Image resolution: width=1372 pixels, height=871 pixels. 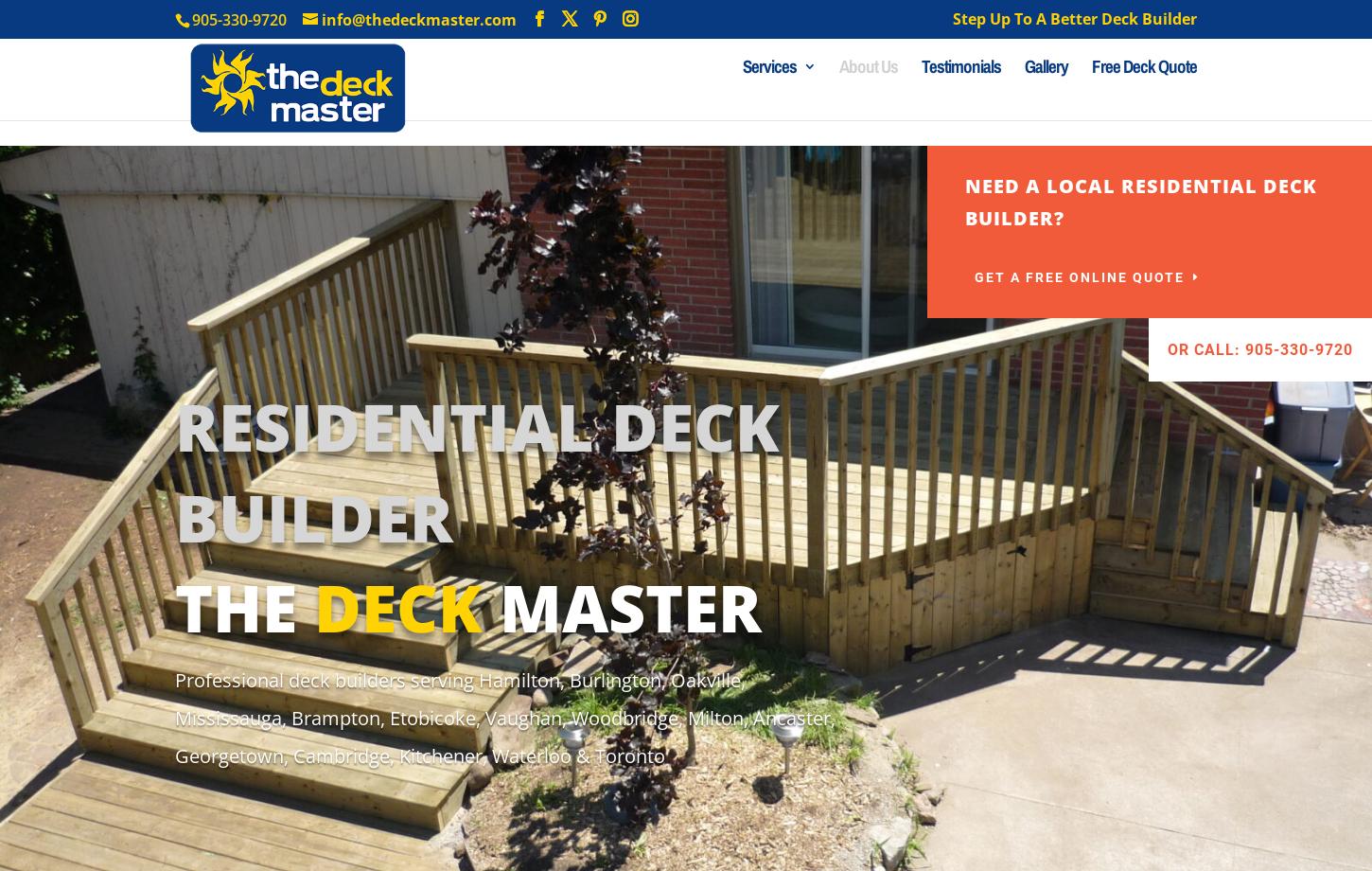 I want to click on 'Composite Decks', so click(x=781, y=225).